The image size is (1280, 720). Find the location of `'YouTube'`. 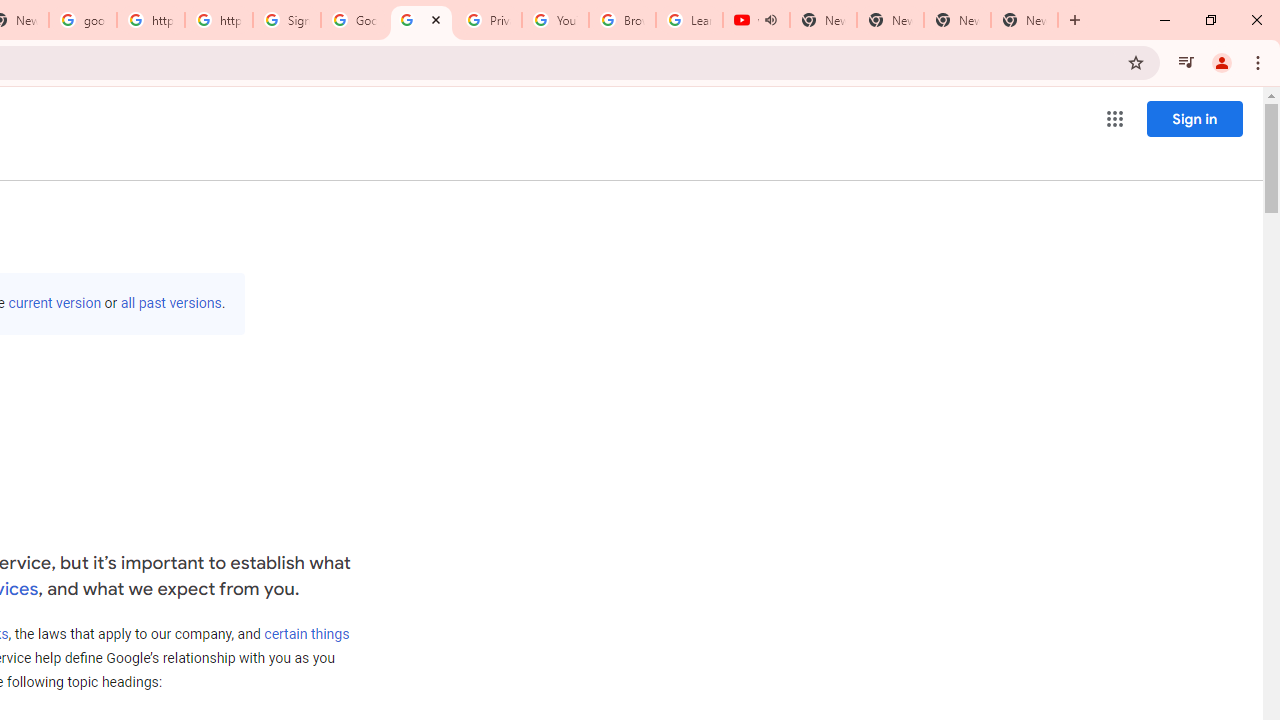

'YouTube' is located at coordinates (555, 20).